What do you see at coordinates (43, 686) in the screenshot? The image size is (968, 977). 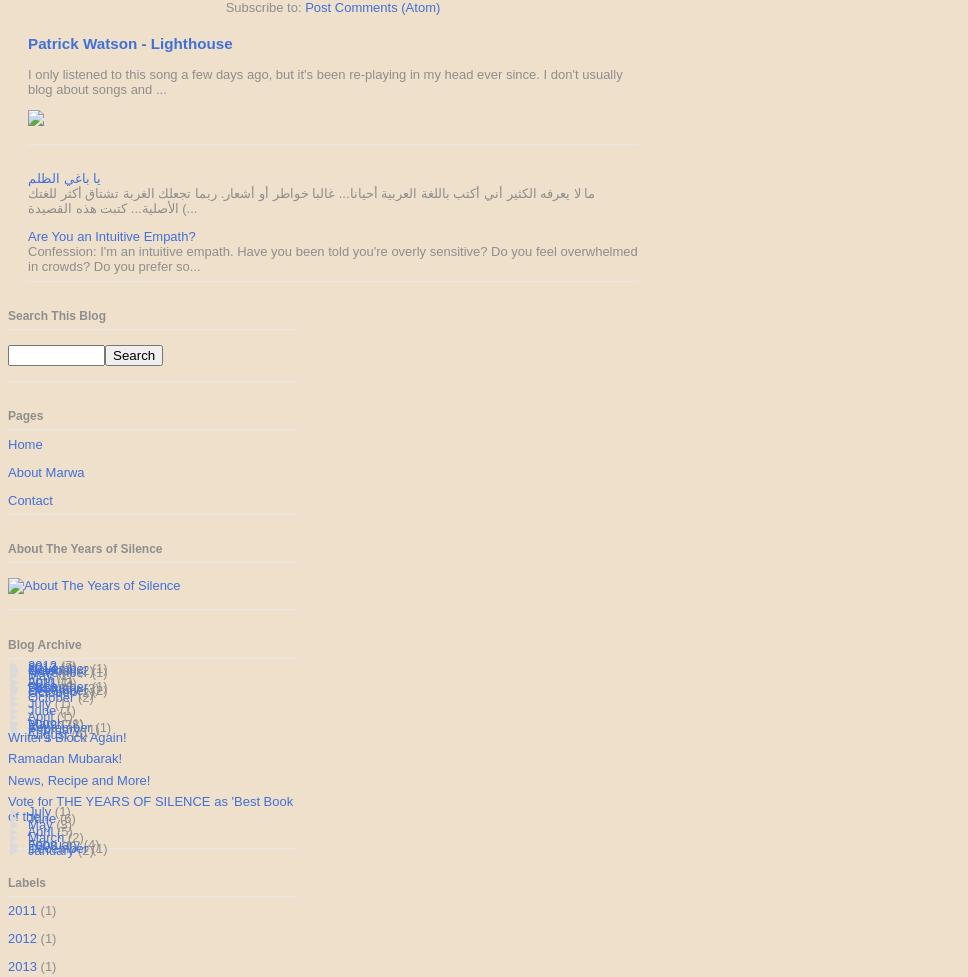 I see `'2010'` at bounding box center [43, 686].